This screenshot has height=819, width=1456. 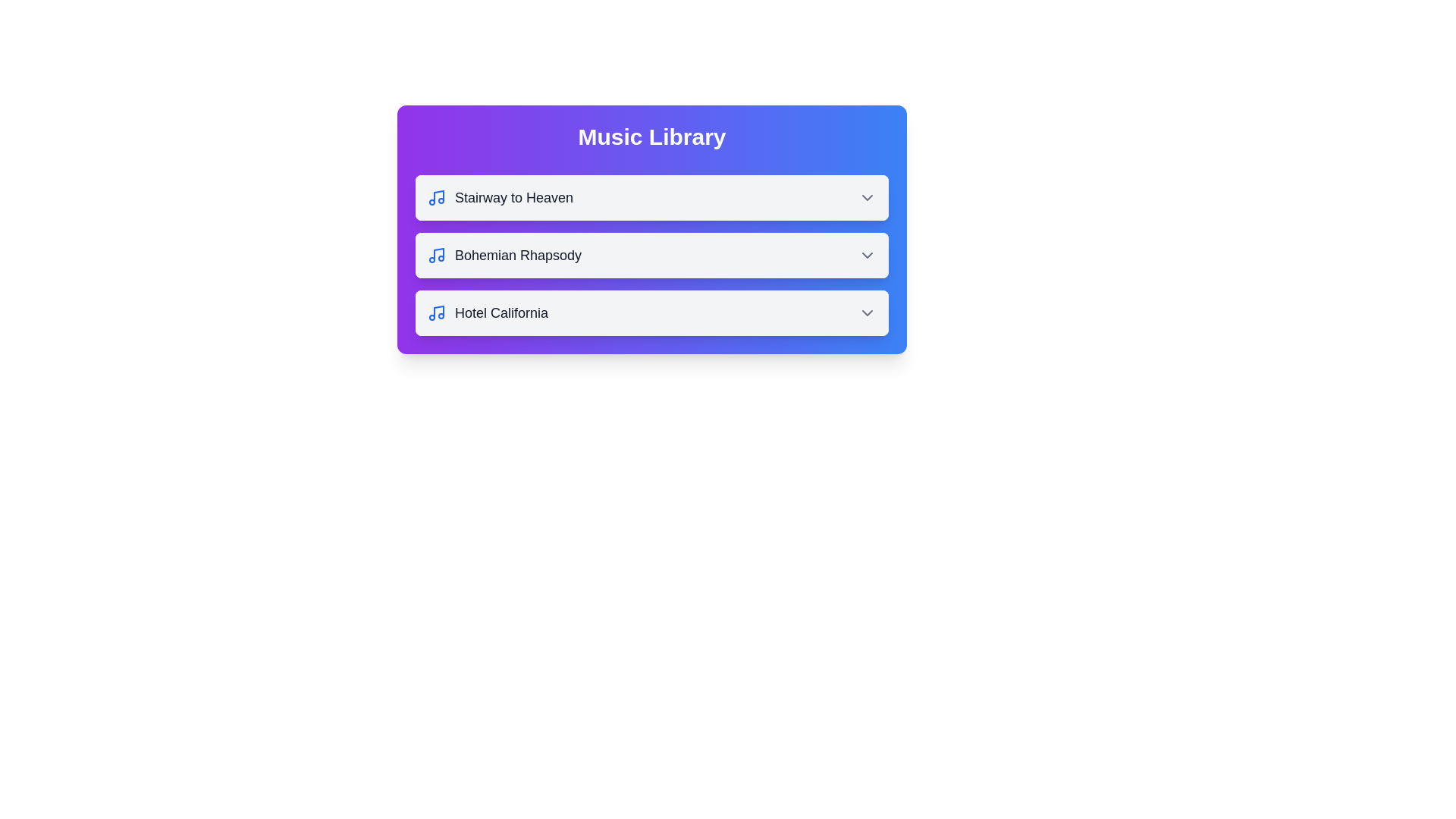 I want to click on the Text Label with Icon that identifies an item in the music library, positioned below 'Bohemian Rhapsody', so click(x=488, y=312).